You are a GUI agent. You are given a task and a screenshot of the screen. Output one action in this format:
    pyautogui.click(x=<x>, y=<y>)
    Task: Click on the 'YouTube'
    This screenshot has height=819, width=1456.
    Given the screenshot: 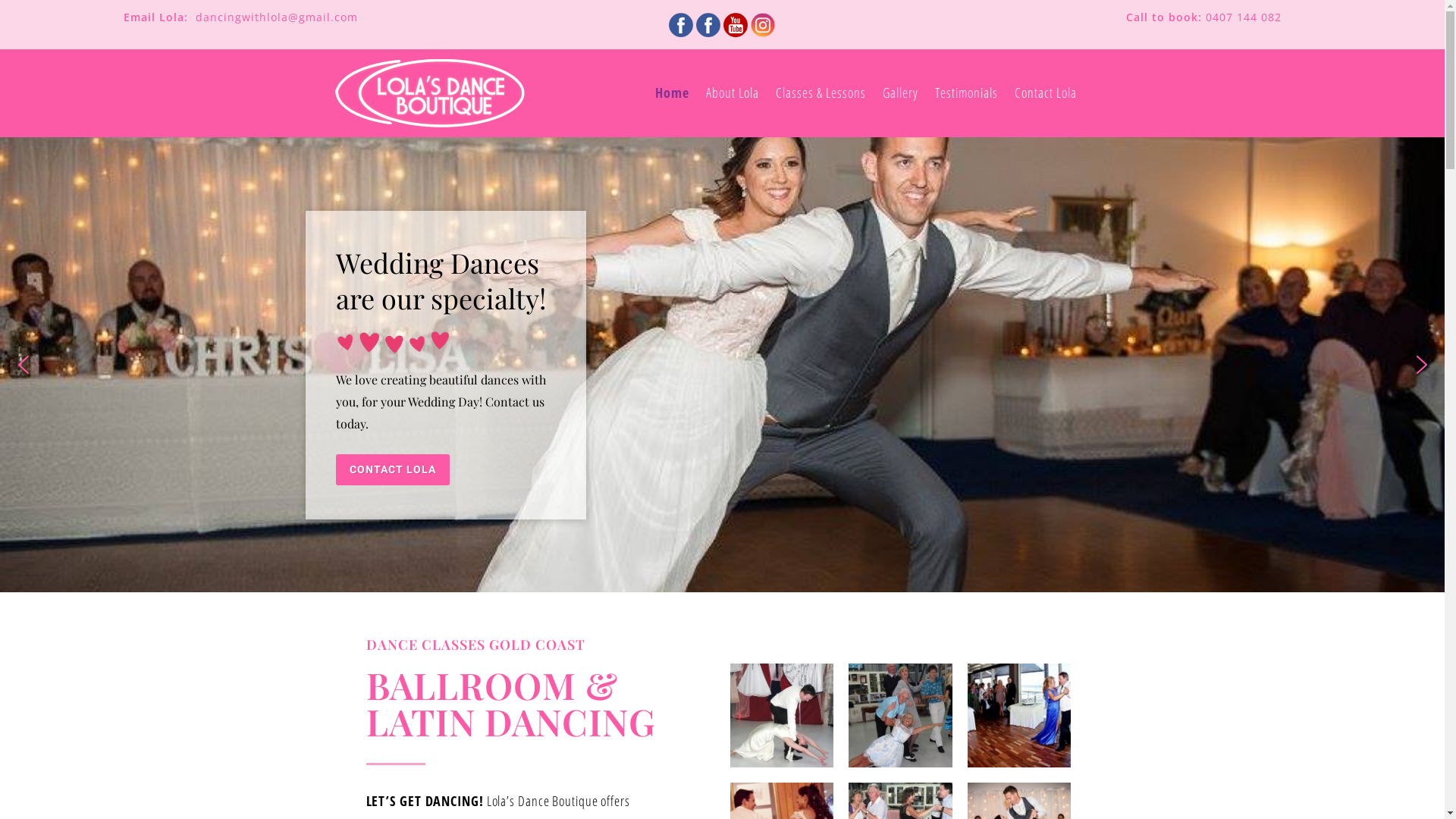 What is the action you would take?
    pyautogui.click(x=735, y=23)
    